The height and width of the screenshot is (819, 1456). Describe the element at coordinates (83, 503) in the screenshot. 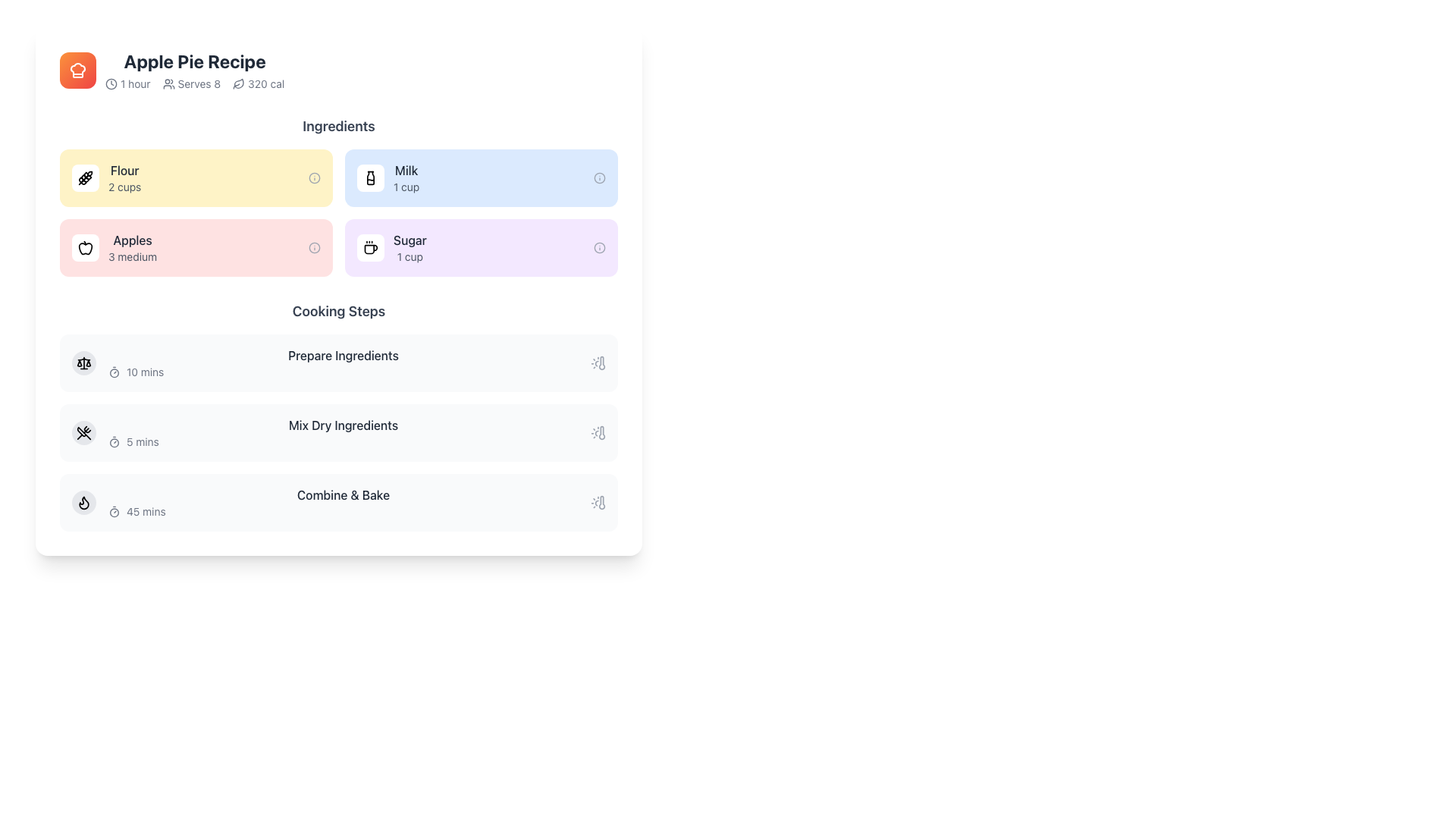

I see `the 'Combine & Bake' icon located at the bottom of the 'Cooking Steps' section, which serves as a visual identifier for this step` at that location.